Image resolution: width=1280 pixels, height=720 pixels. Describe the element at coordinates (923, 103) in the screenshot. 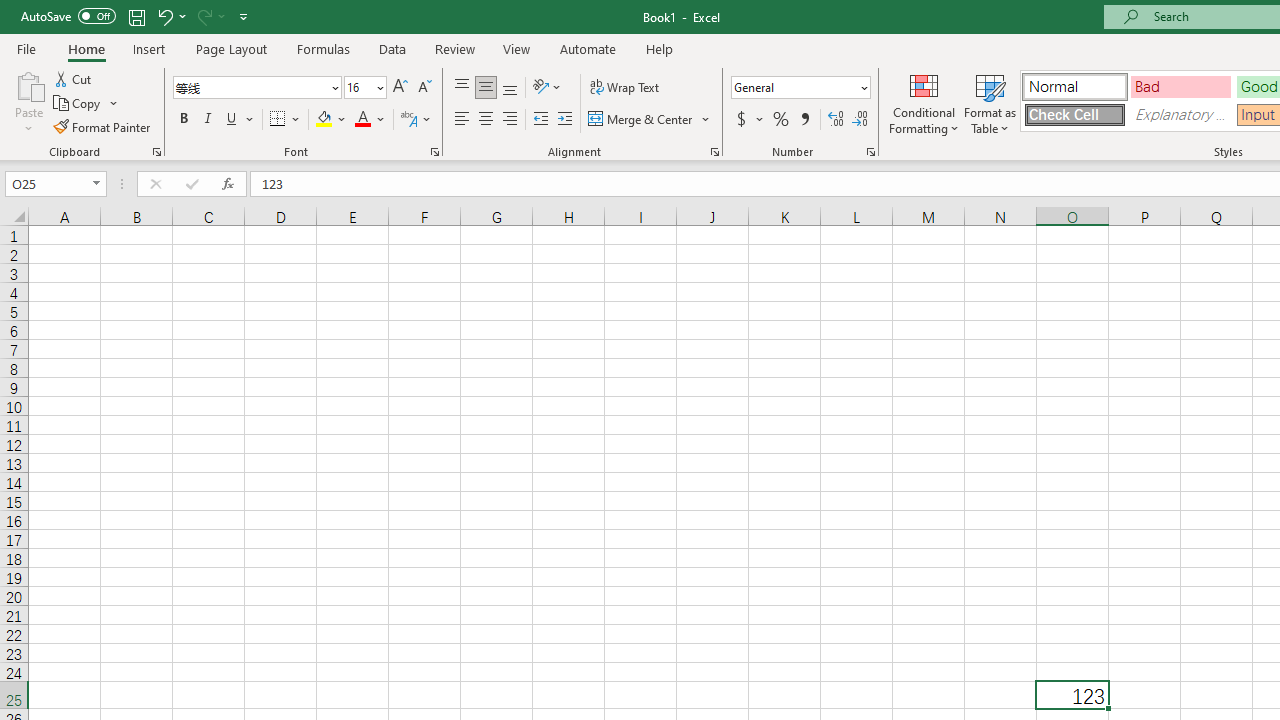

I see `'Conditional Formatting'` at that location.